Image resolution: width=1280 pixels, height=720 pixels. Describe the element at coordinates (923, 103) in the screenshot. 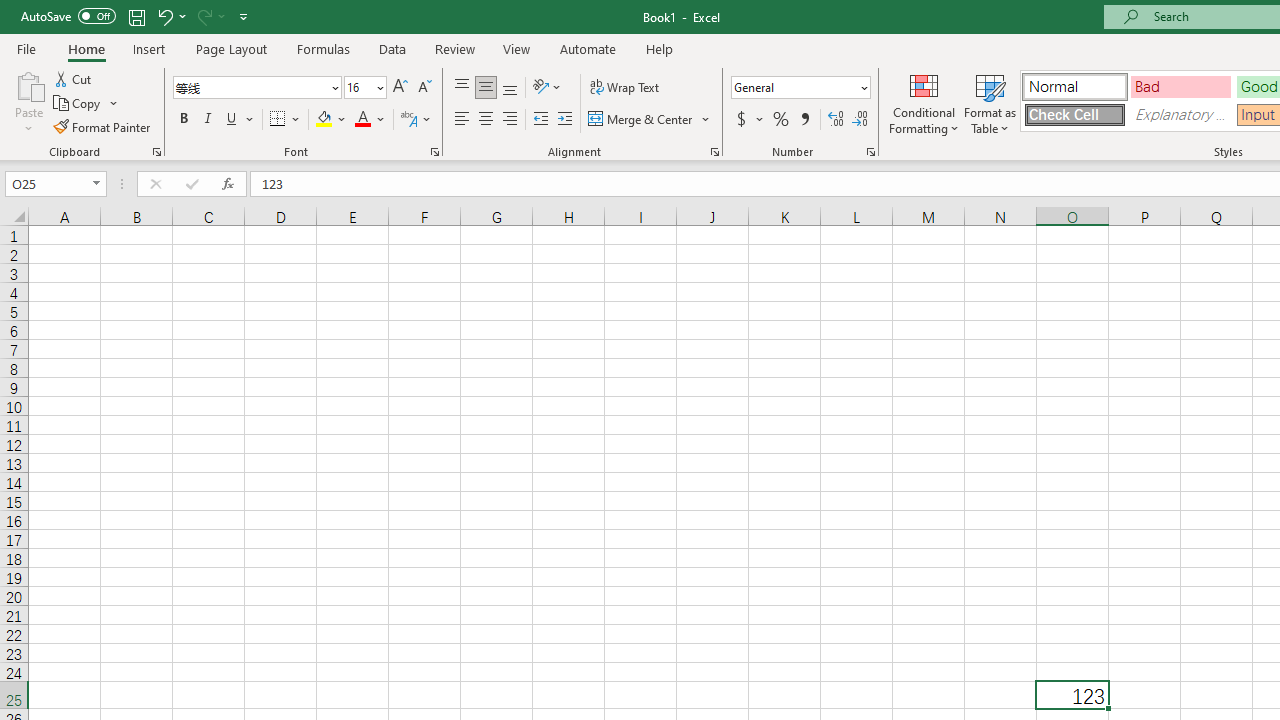

I see `'Conditional Formatting'` at that location.